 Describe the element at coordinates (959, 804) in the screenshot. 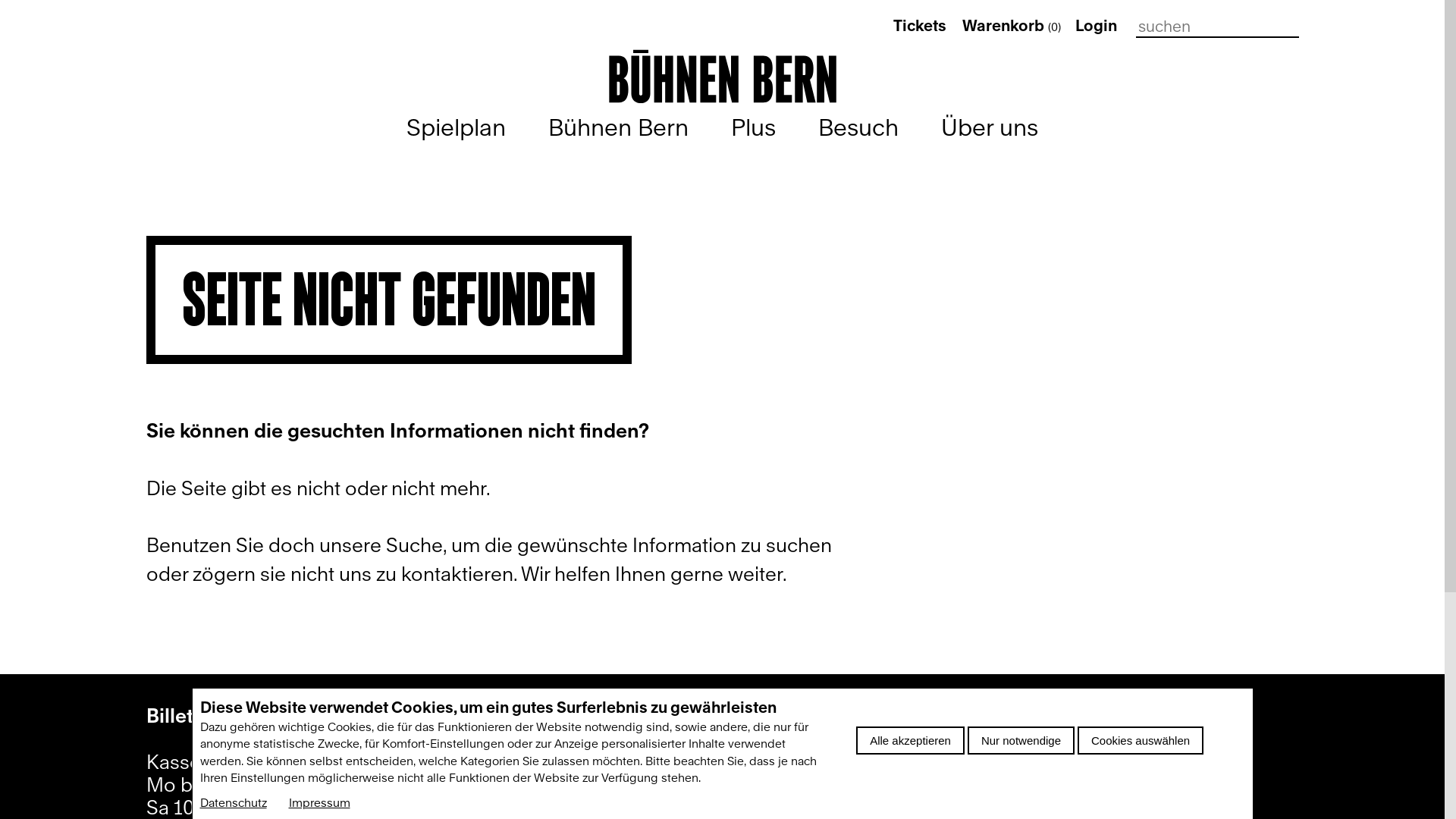

I see `'AGB'` at that location.